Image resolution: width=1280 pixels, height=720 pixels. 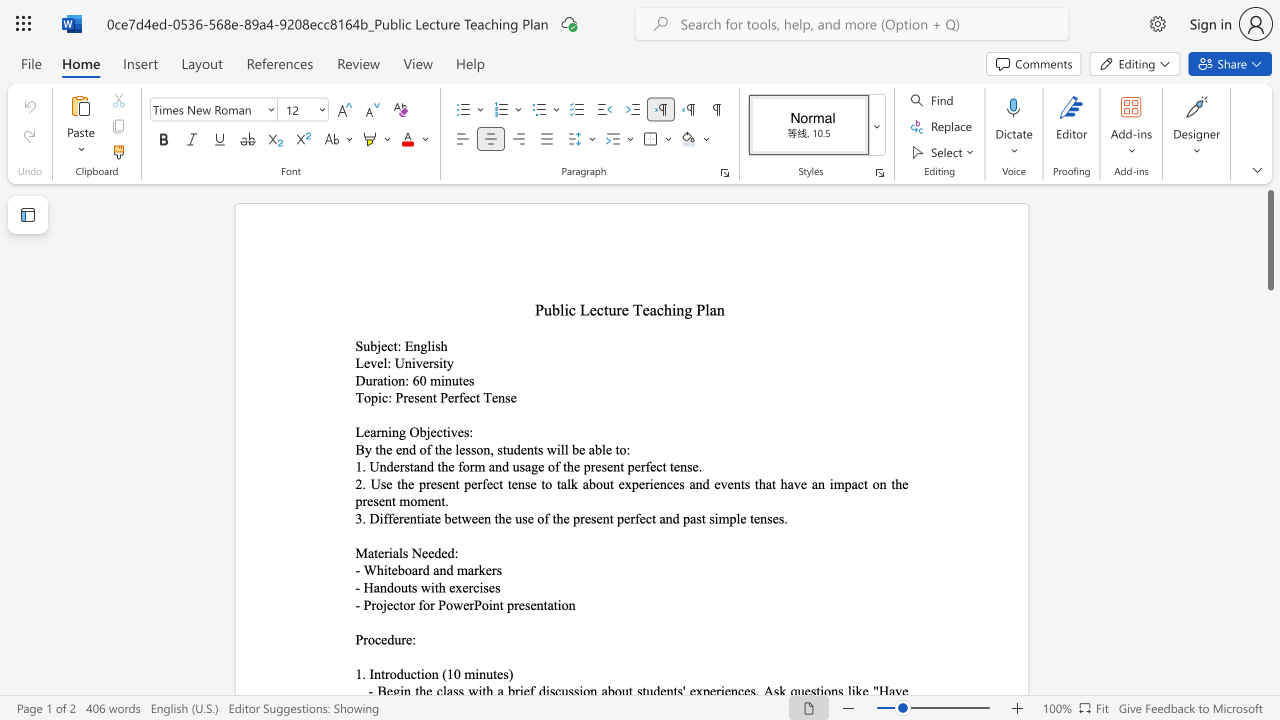 What do you see at coordinates (388, 397) in the screenshot?
I see `the subset text ": Present" within the text "Topic: Present Perfect Tense"` at bounding box center [388, 397].